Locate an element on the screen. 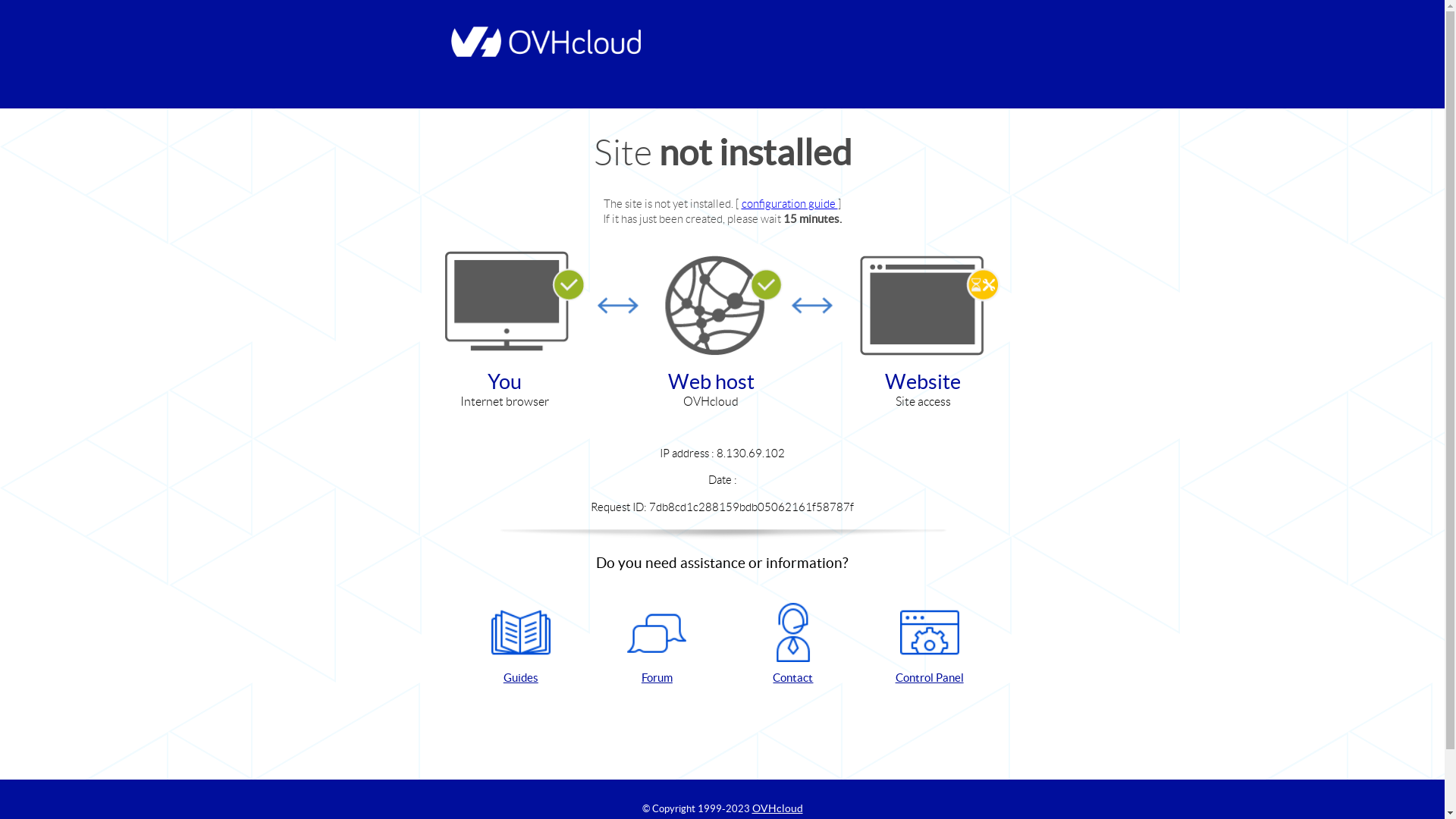 This screenshot has width=1456, height=819. 'Control Panel' is located at coordinates (928, 644).